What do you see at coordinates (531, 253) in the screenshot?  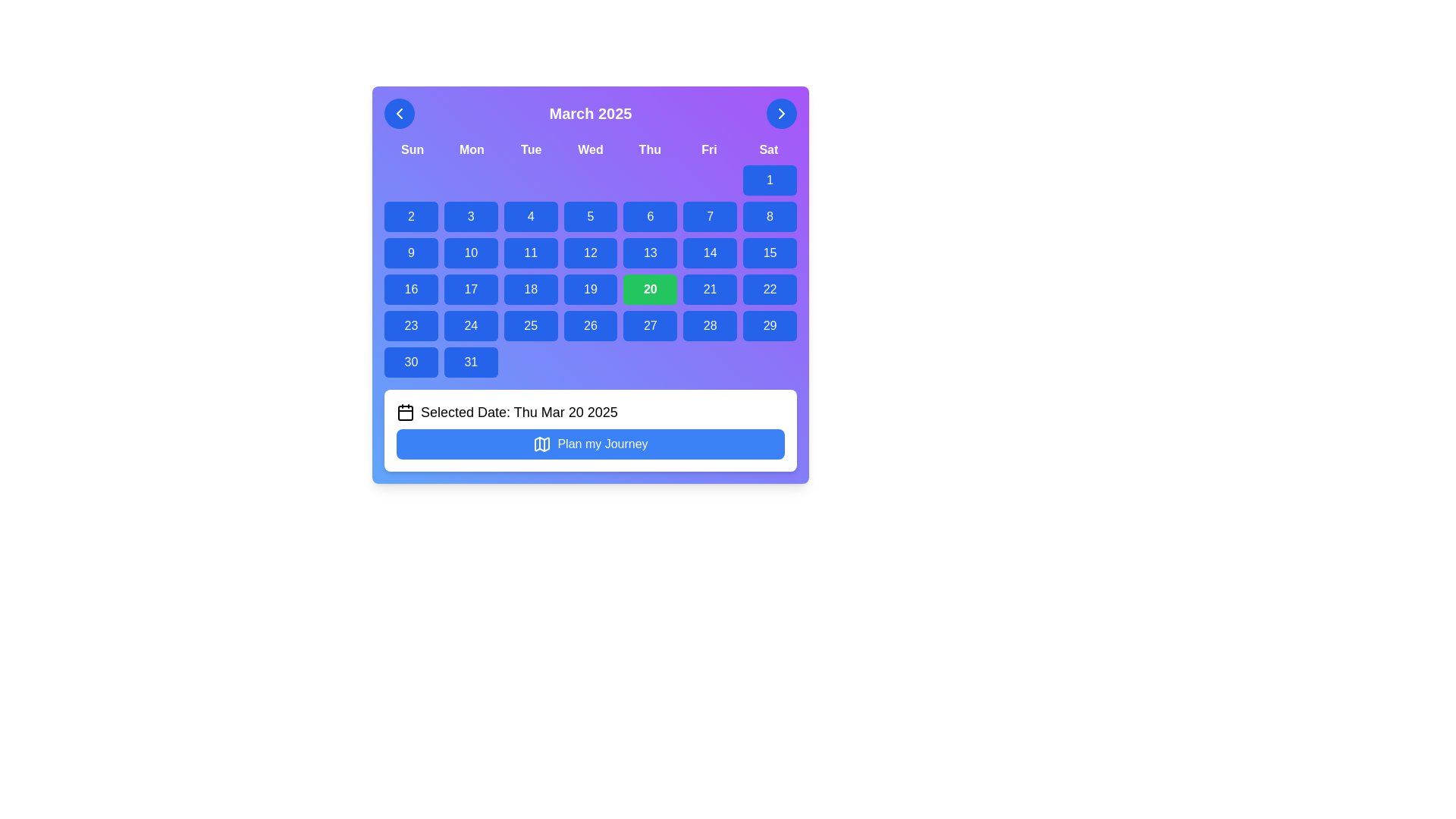 I see `the blue rounded rectangular button displaying '11'` at bounding box center [531, 253].